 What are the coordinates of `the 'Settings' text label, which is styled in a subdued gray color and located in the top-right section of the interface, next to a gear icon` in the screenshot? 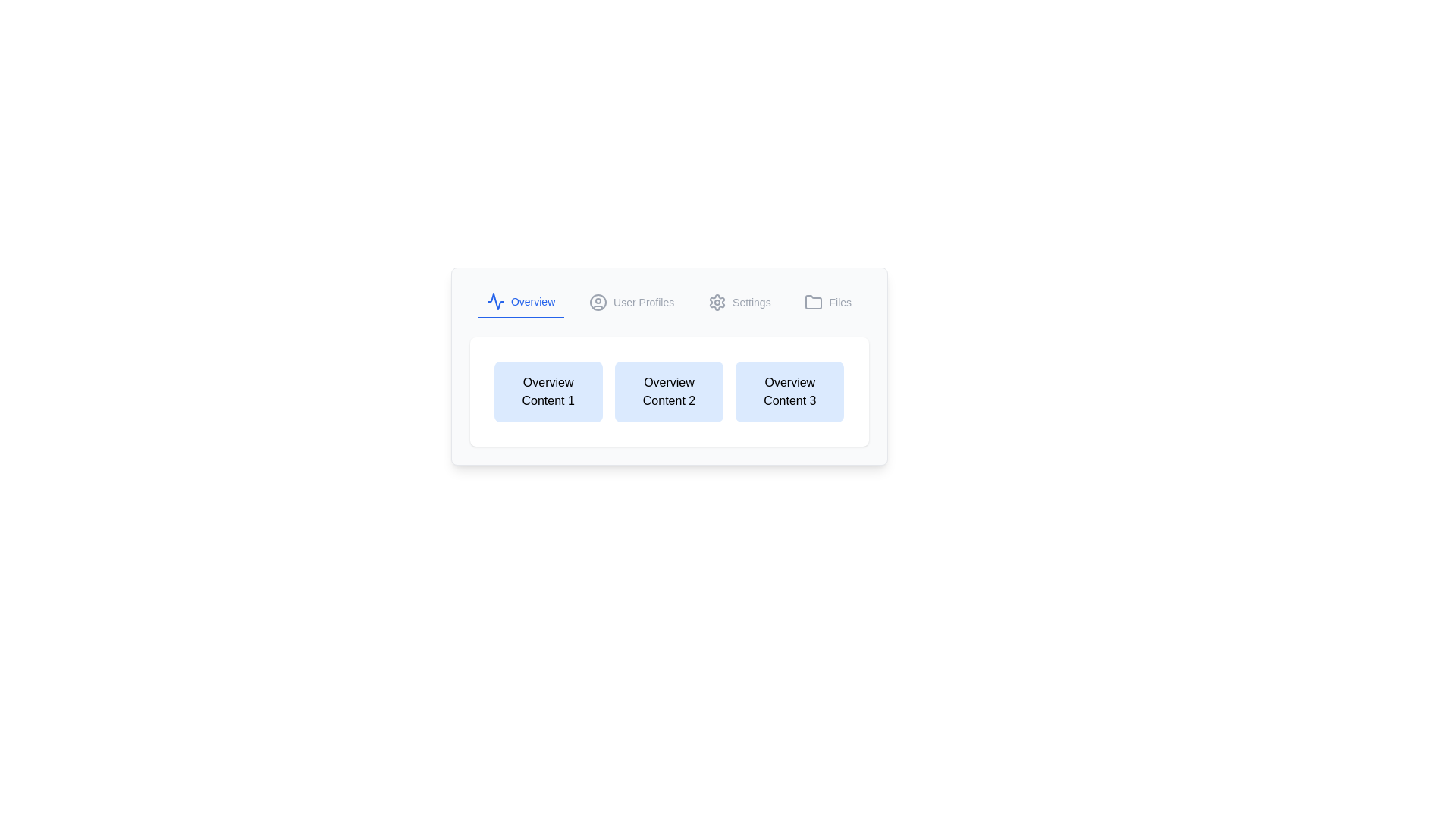 It's located at (752, 302).